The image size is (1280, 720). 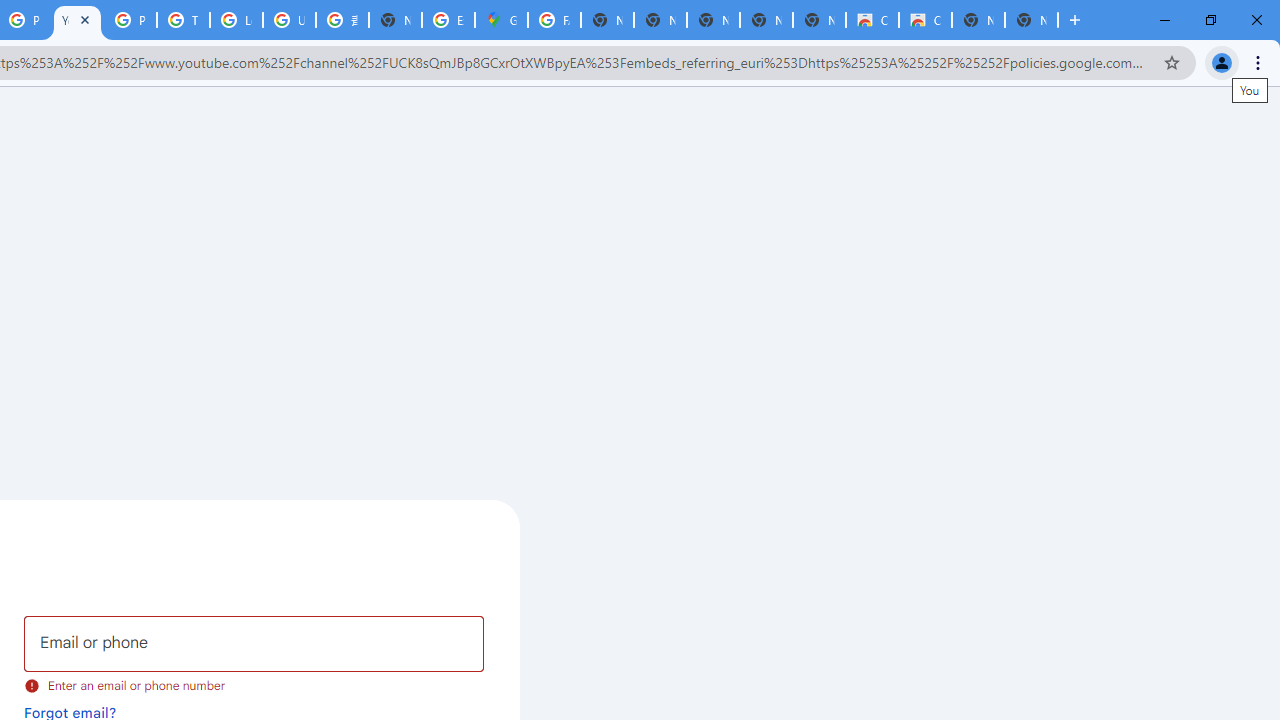 I want to click on 'YouTube', so click(x=77, y=20).